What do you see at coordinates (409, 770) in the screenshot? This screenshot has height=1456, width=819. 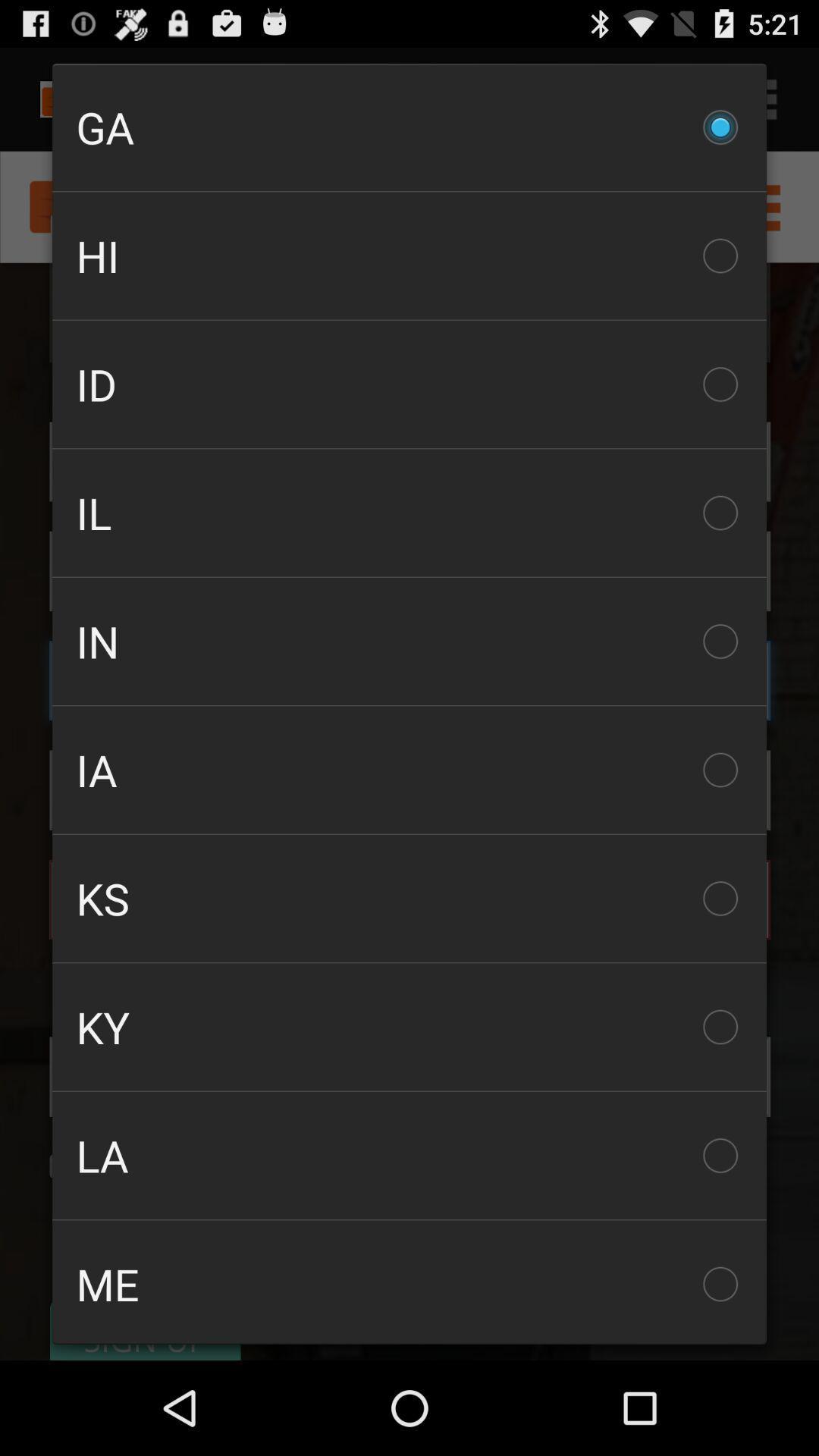 I see `ia item` at bounding box center [409, 770].